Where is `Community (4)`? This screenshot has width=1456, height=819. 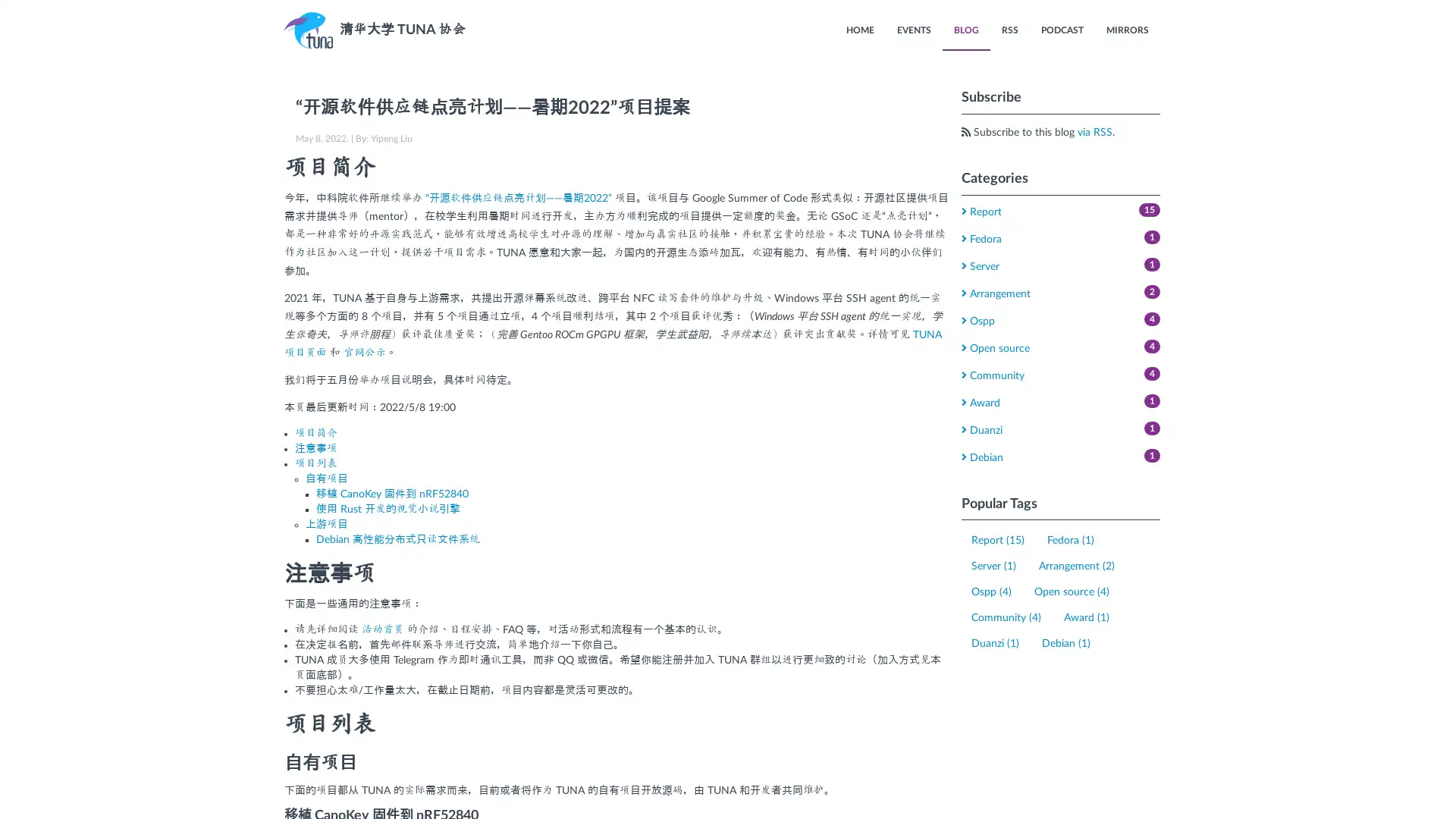
Community (4) is located at coordinates (1005, 617).